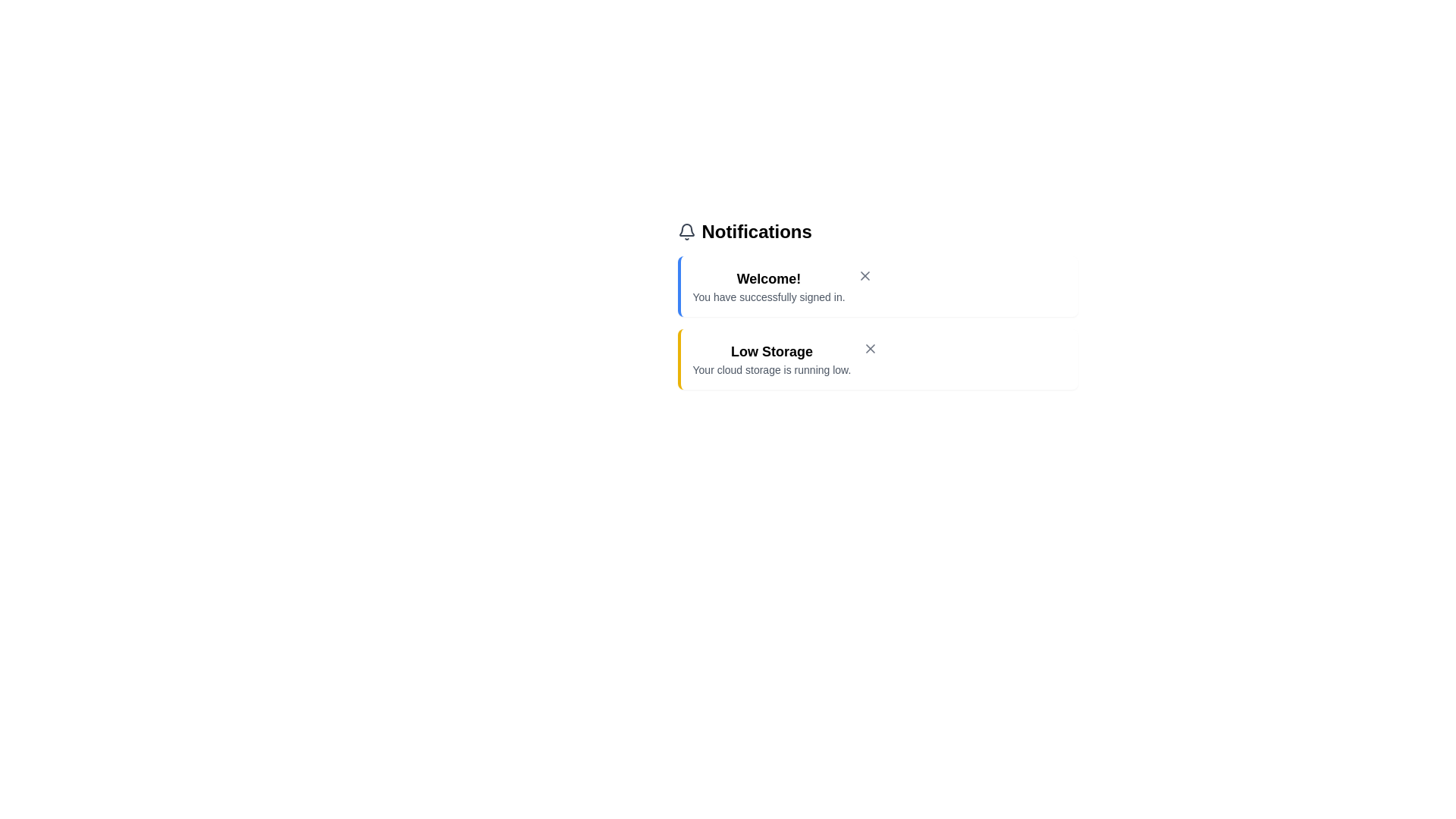 The width and height of the screenshot is (1456, 819). Describe the element at coordinates (768, 297) in the screenshot. I see `the informational text label indicating successful sign-in, located in the notification card below 'Welcome!' and above the 'Notifications' title` at that location.